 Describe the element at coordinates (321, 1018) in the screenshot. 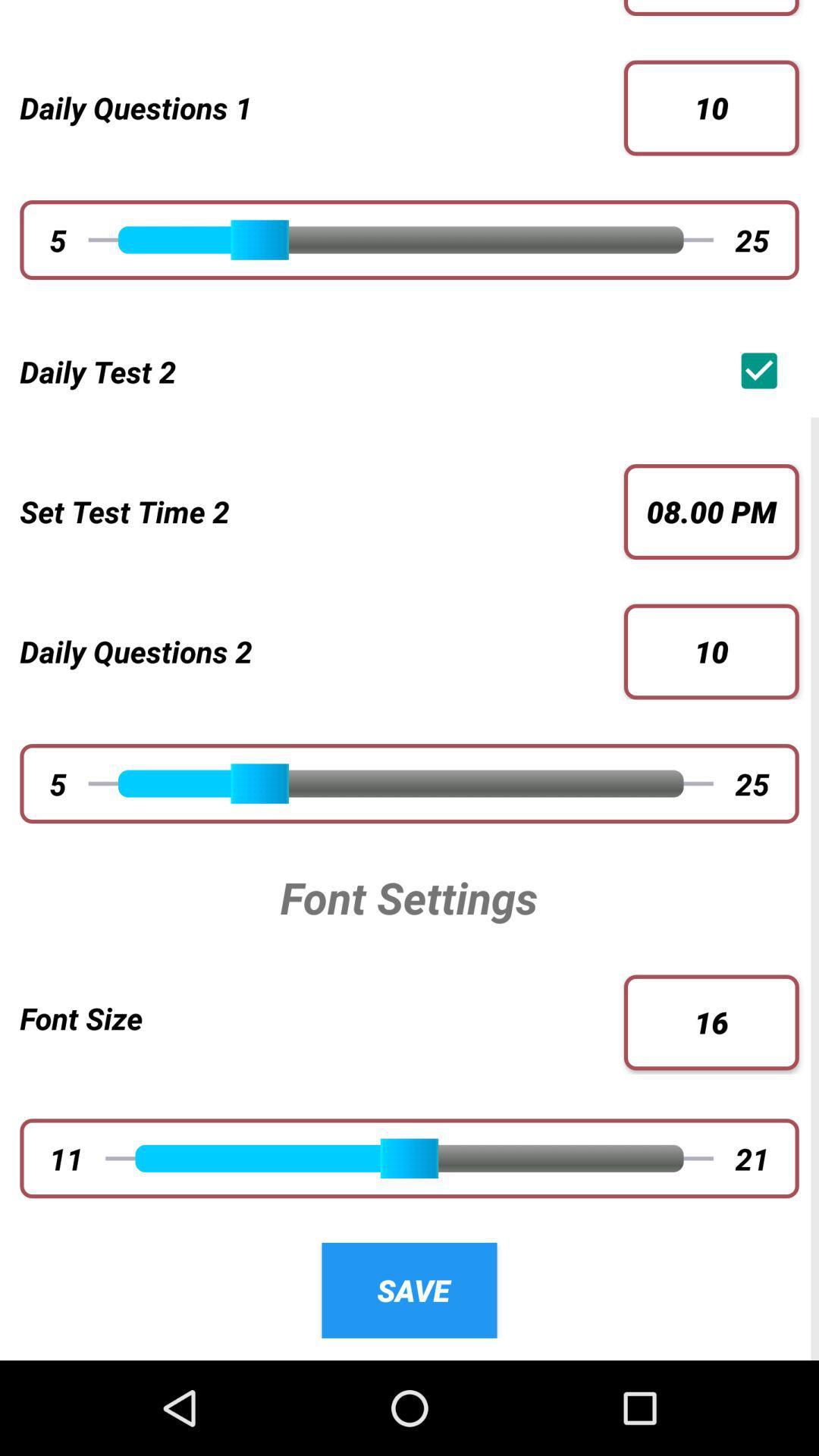

I see `app above the 11 app` at that location.